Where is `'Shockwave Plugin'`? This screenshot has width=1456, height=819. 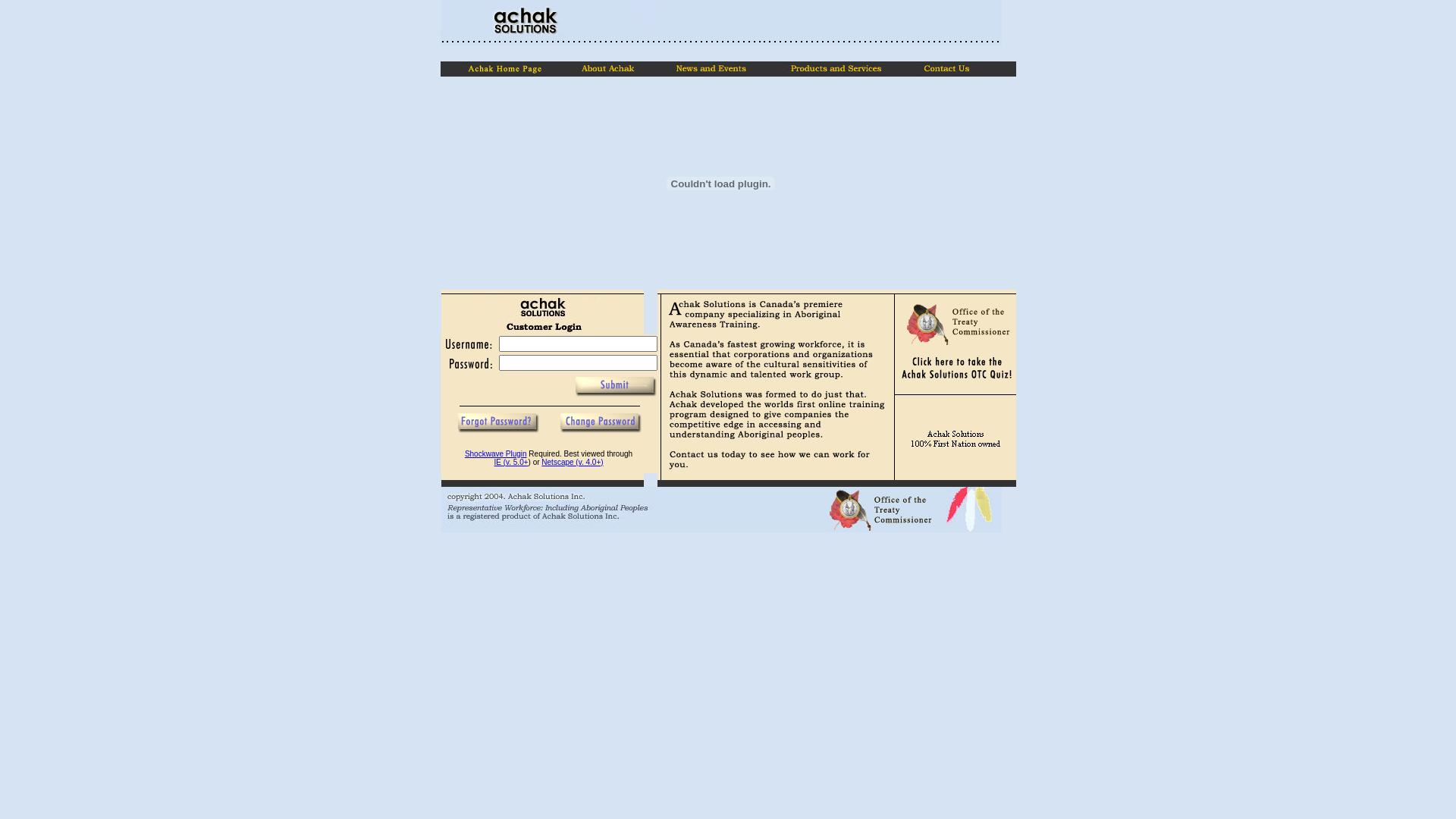
'Shockwave Plugin' is located at coordinates (495, 453).